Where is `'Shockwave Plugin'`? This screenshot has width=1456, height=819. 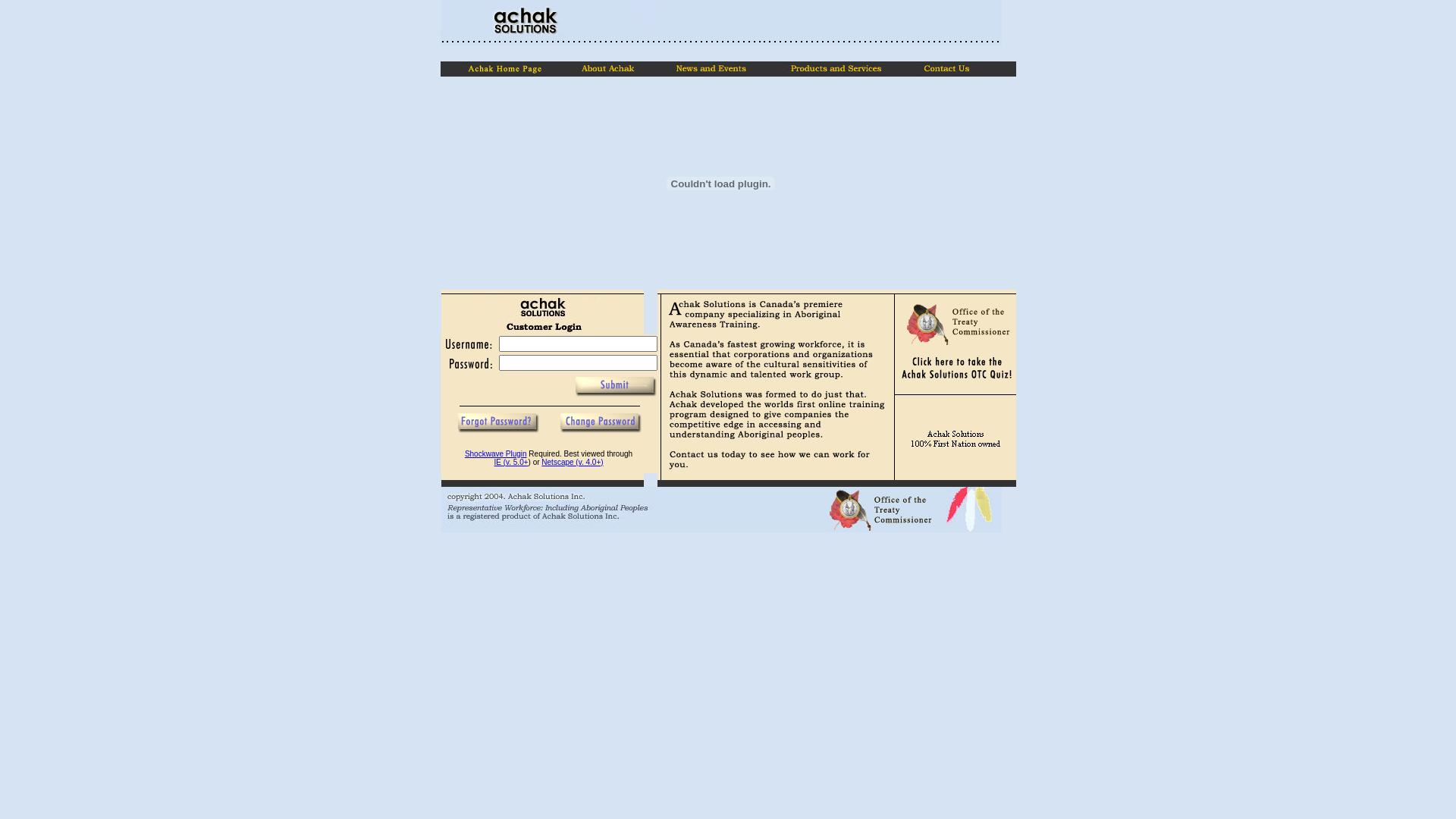
'Shockwave Plugin' is located at coordinates (495, 453).